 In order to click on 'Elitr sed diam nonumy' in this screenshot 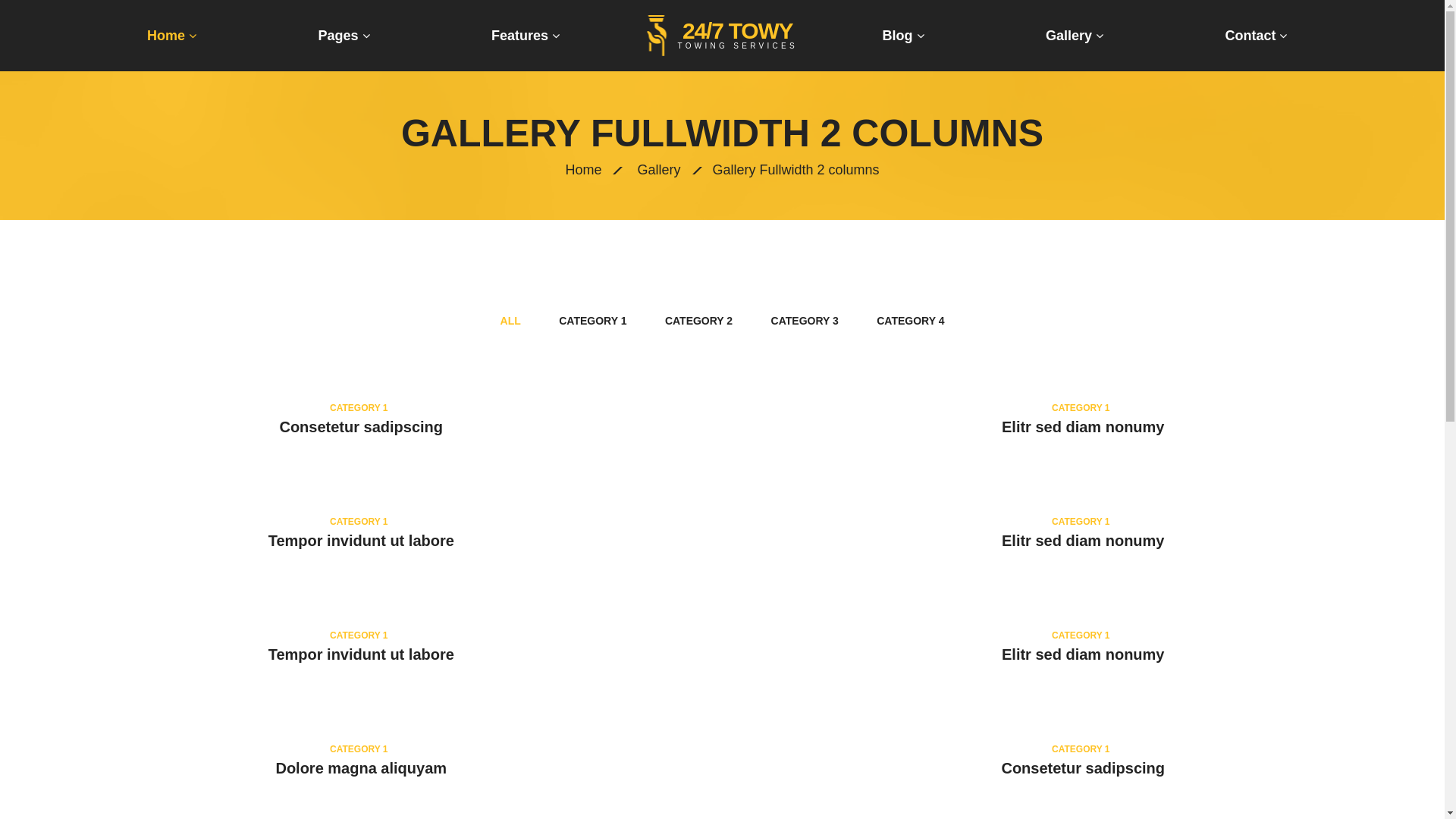, I will do `click(1001, 427)`.